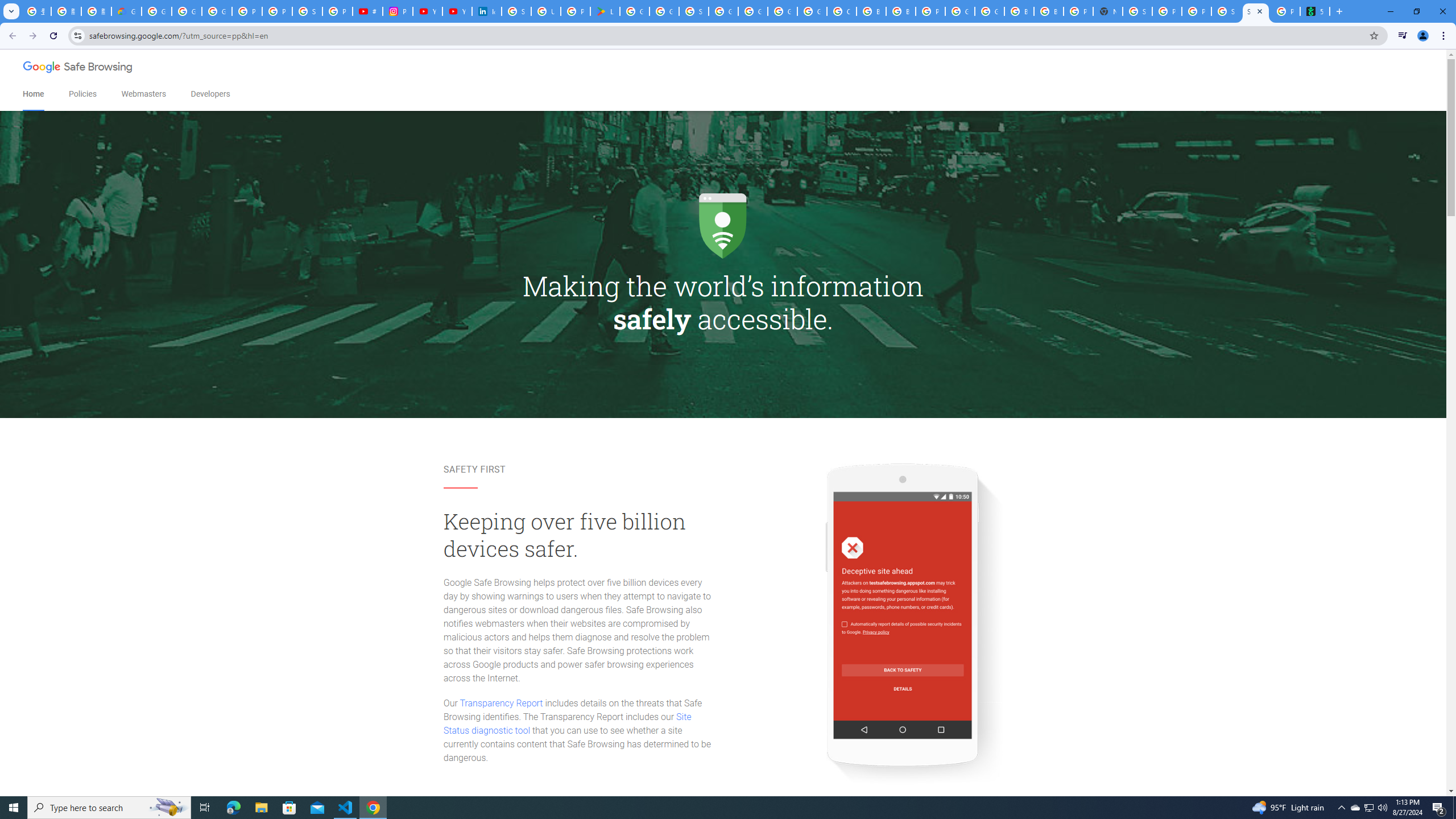 The image size is (1456, 819). I want to click on 'Site Status diagnostic tool', so click(566, 723).